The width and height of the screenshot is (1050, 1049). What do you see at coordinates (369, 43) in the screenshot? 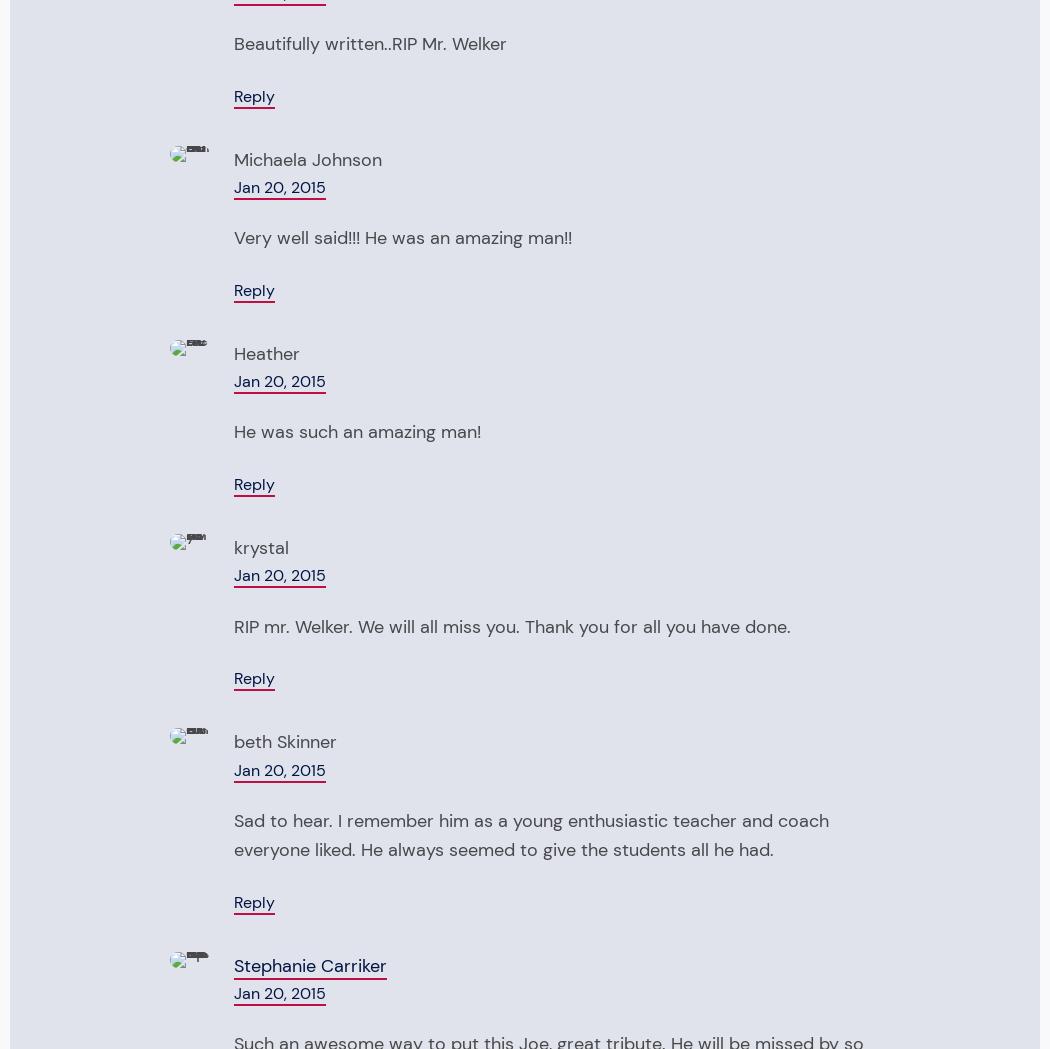
I see `'Beautifully written..RIP Mr. Welker'` at bounding box center [369, 43].